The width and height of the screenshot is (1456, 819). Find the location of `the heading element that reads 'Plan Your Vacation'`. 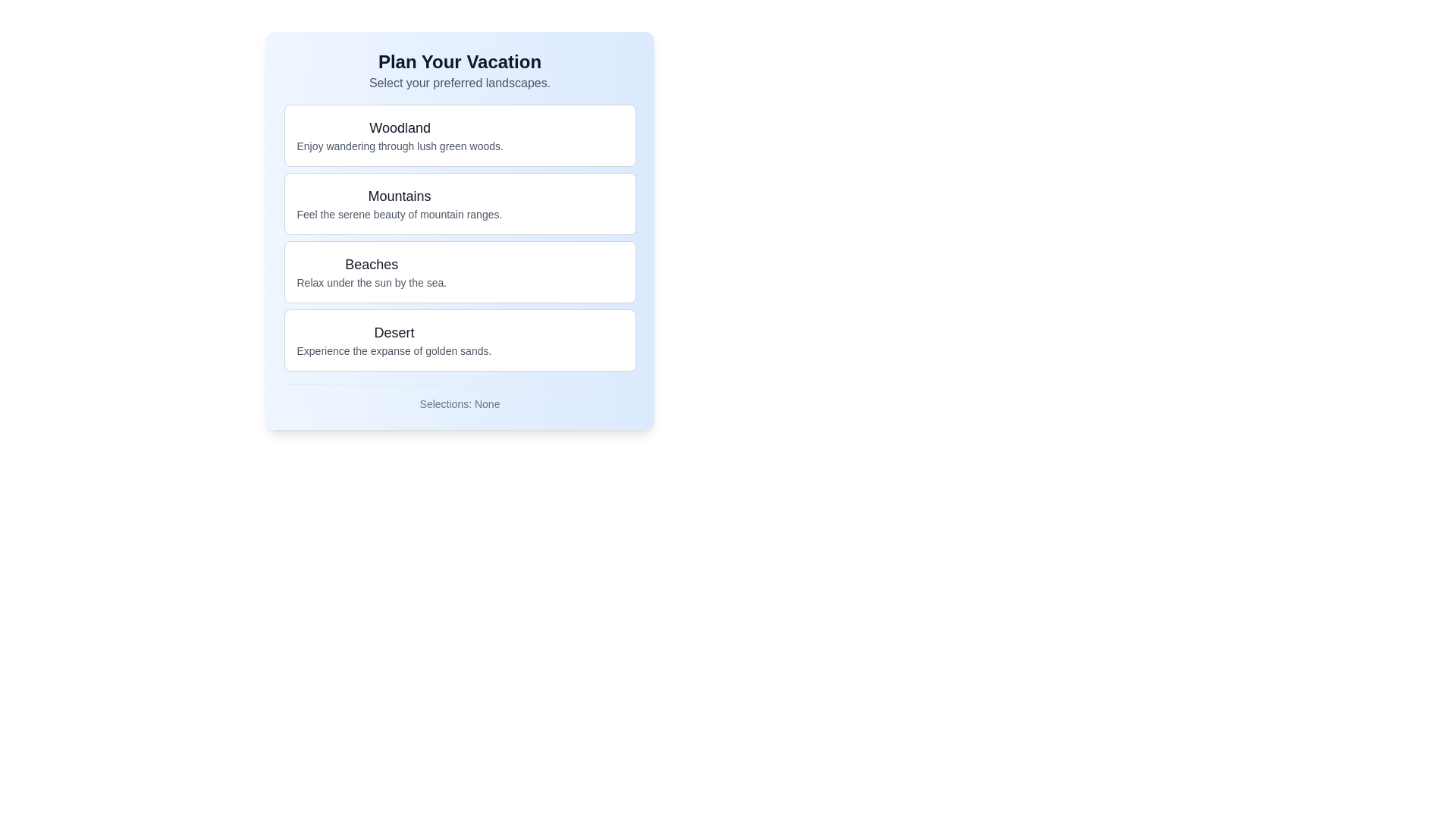

the heading element that reads 'Plan Your Vacation' is located at coordinates (459, 71).